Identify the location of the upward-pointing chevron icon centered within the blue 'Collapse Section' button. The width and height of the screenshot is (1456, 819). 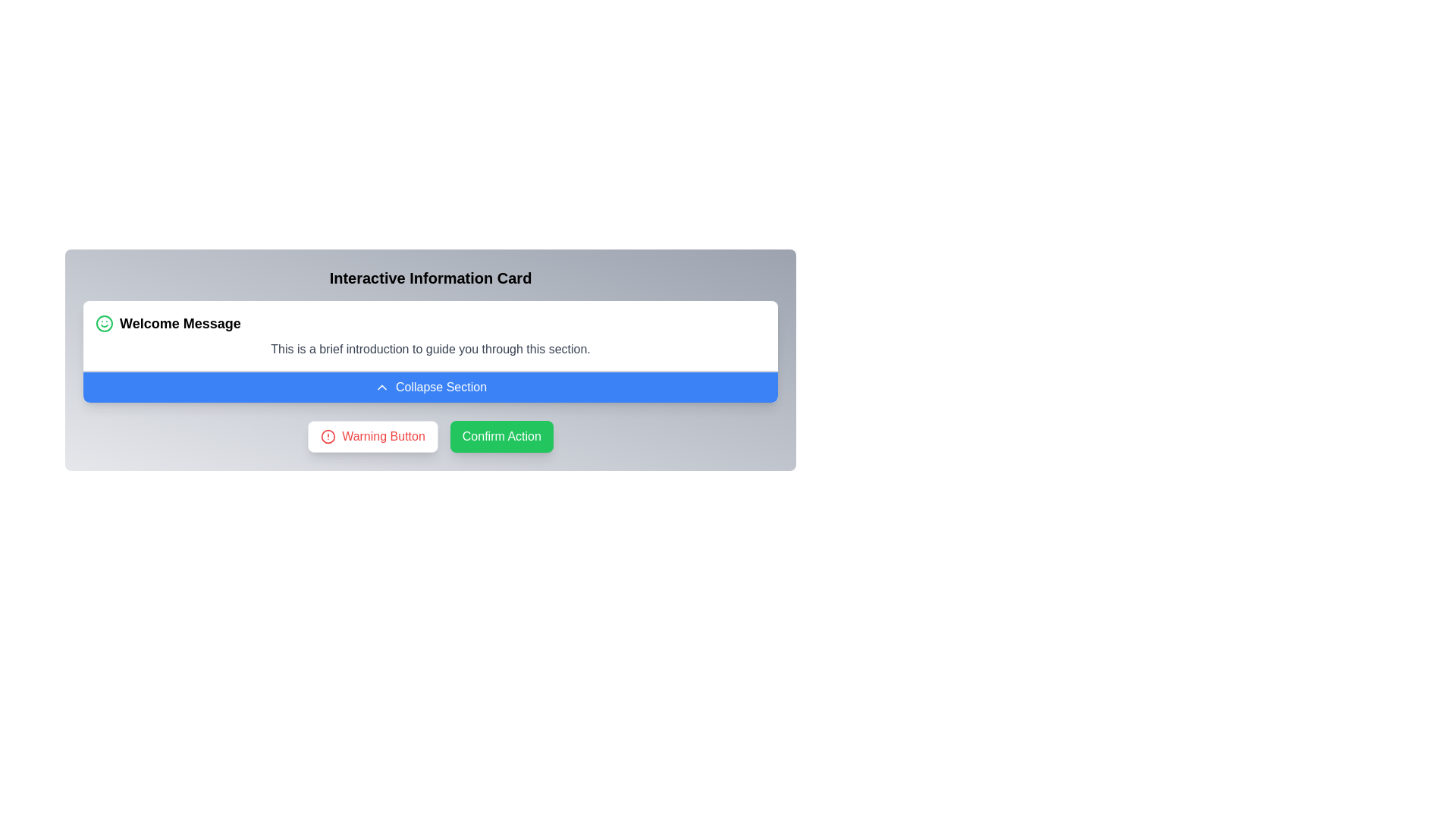
(382, 386).